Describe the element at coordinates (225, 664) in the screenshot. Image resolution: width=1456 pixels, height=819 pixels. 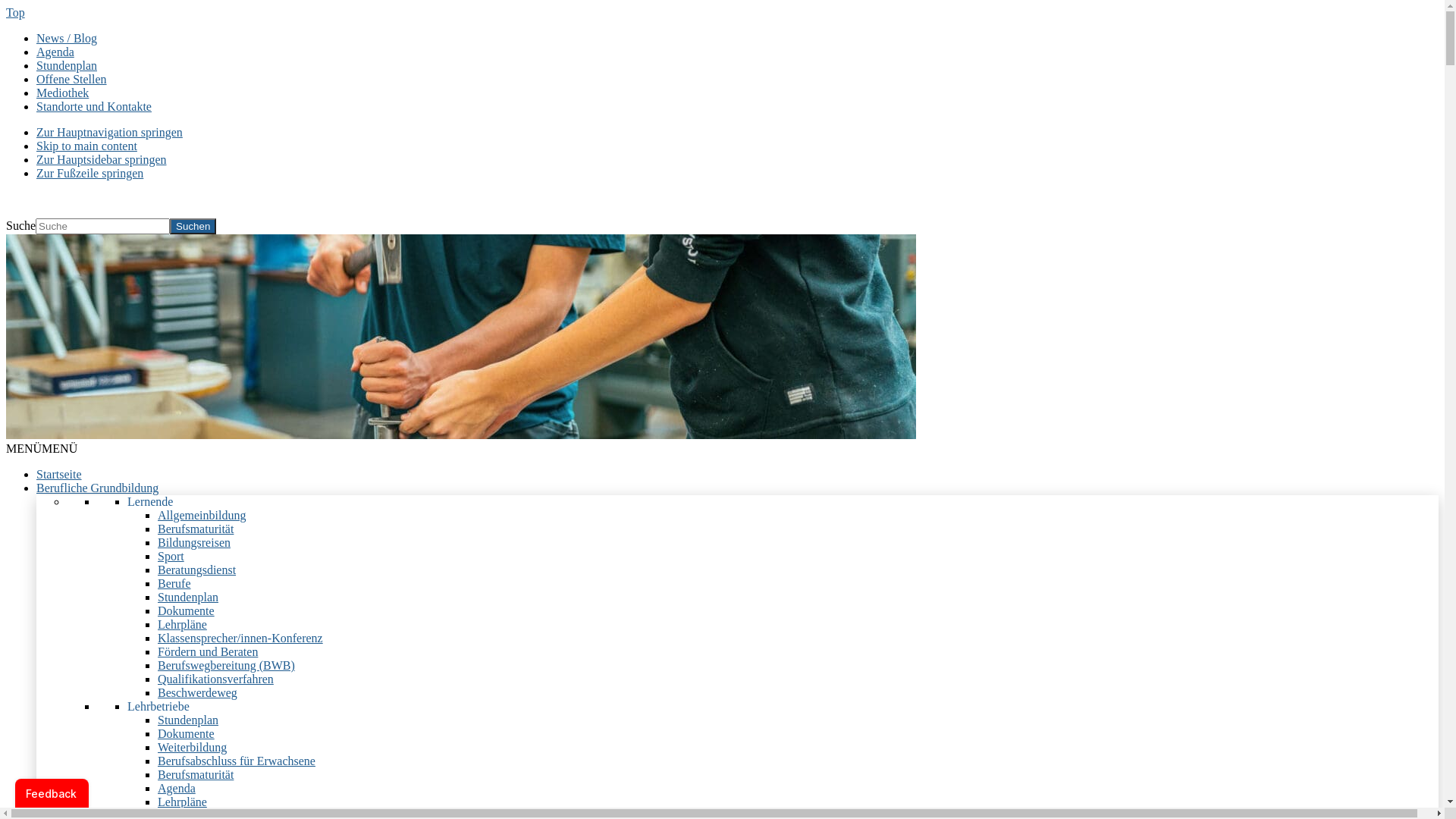
I see `'Berufswegbereitung (BWB)'` at that location.